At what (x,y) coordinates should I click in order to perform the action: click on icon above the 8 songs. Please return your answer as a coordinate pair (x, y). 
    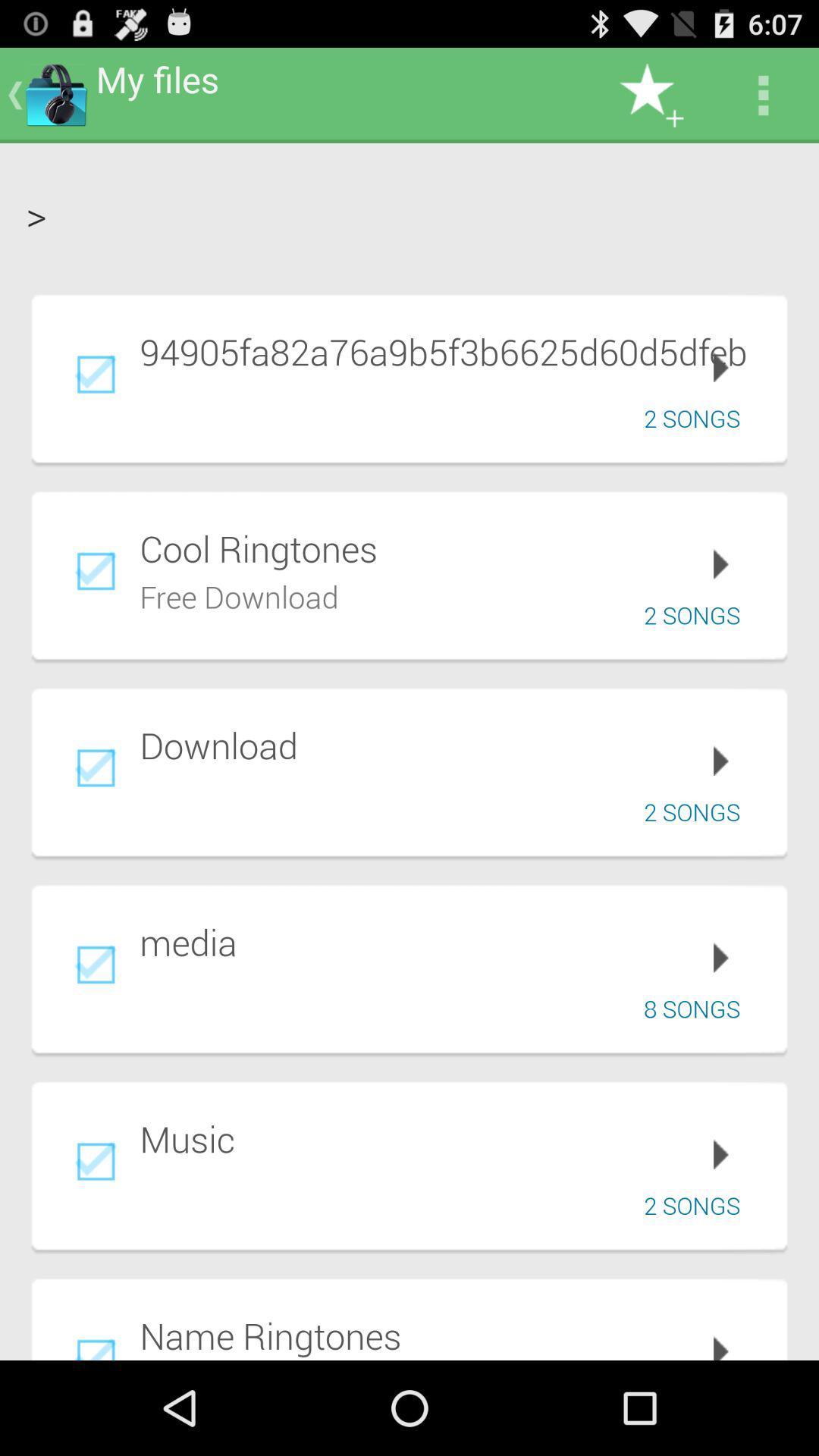
    Looking at the image, I should click on (452, 941).